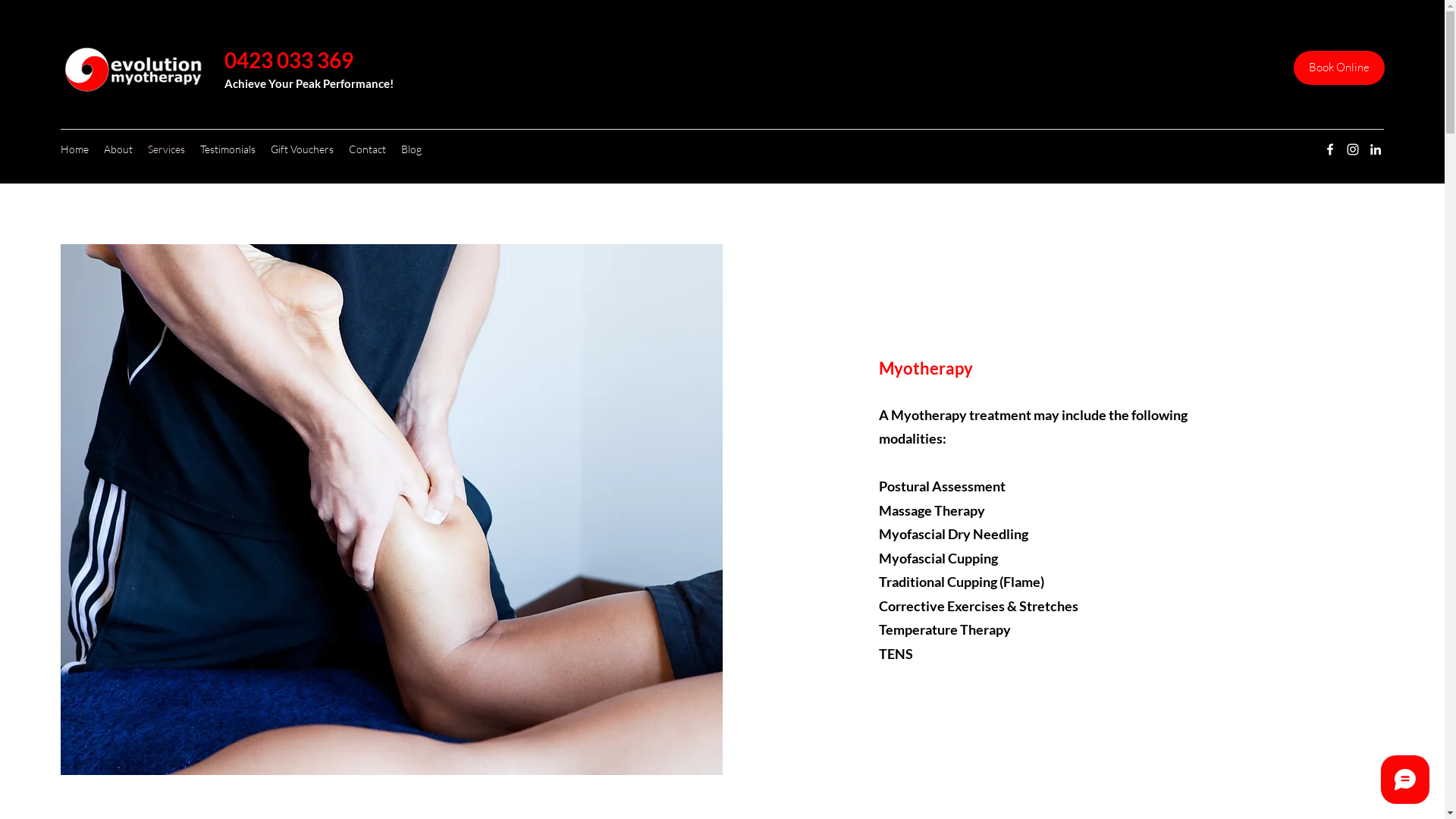 The width and height of the screenshot is (1456, 819). I want to click on 'Services', so click(166, 149).